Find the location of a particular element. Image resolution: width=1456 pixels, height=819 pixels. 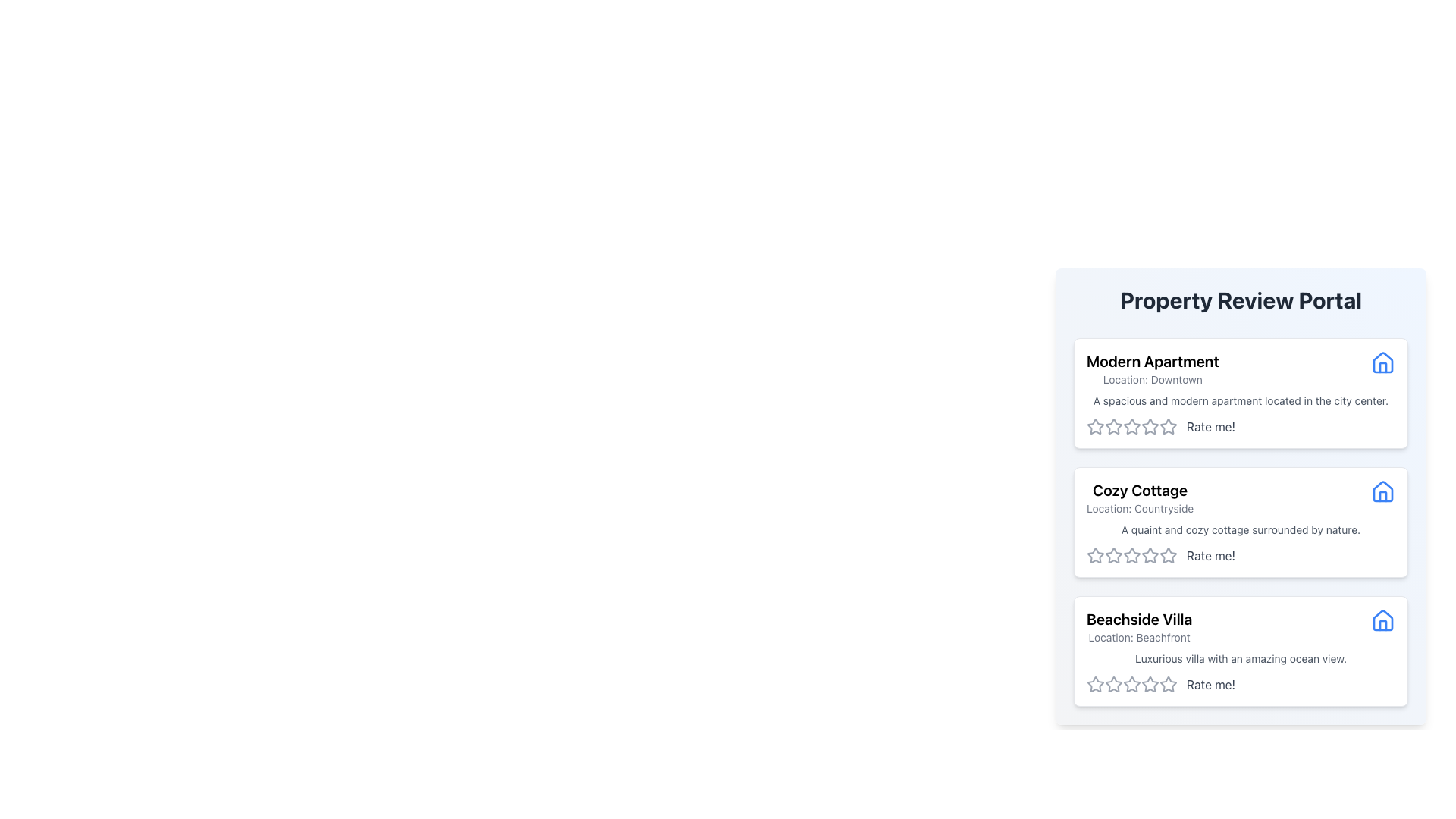

the text label displaying 'A spacious and modern apartment located in the city center.' which is styled in a smaller gray font, located within a property review card below the title 'Modern Apartment' is located at coordinates (1241, 400).